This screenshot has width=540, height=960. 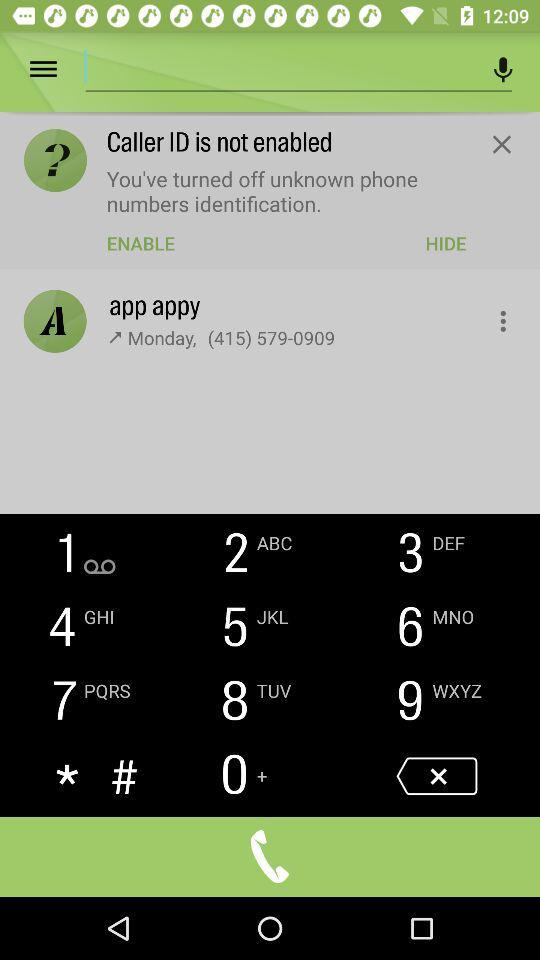 What do you see at coordinates (270, 855) in the screenshot?
I see `make a call` at bounding box center [270, 855].